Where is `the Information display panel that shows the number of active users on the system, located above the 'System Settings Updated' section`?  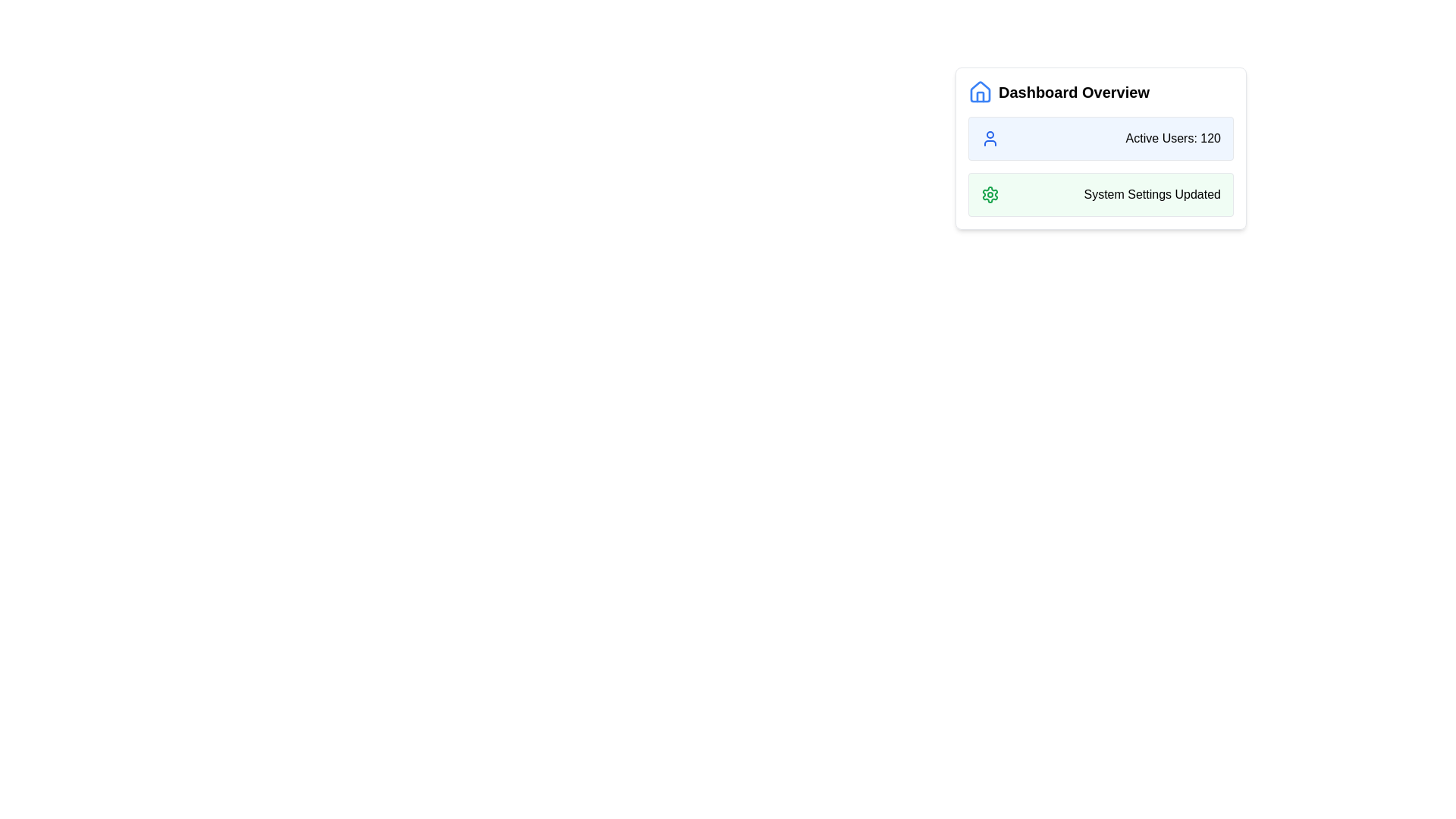
the Information display panel that shows the number of active users on the system, located above the 'System Settings Updated' section is located at coordinates (1100, 138).